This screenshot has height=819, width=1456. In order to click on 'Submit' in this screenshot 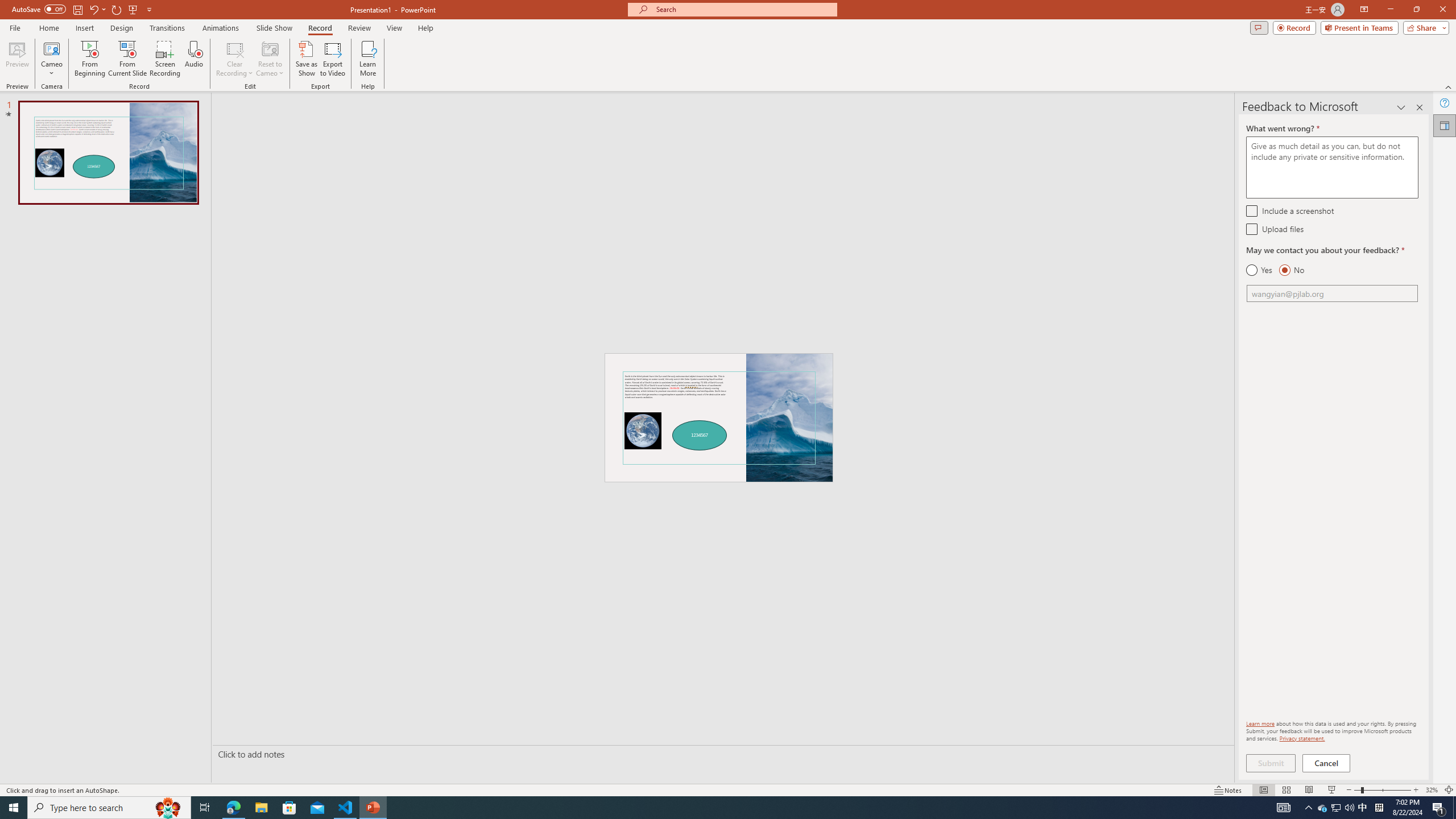, I will do `click(1270, 763)`.